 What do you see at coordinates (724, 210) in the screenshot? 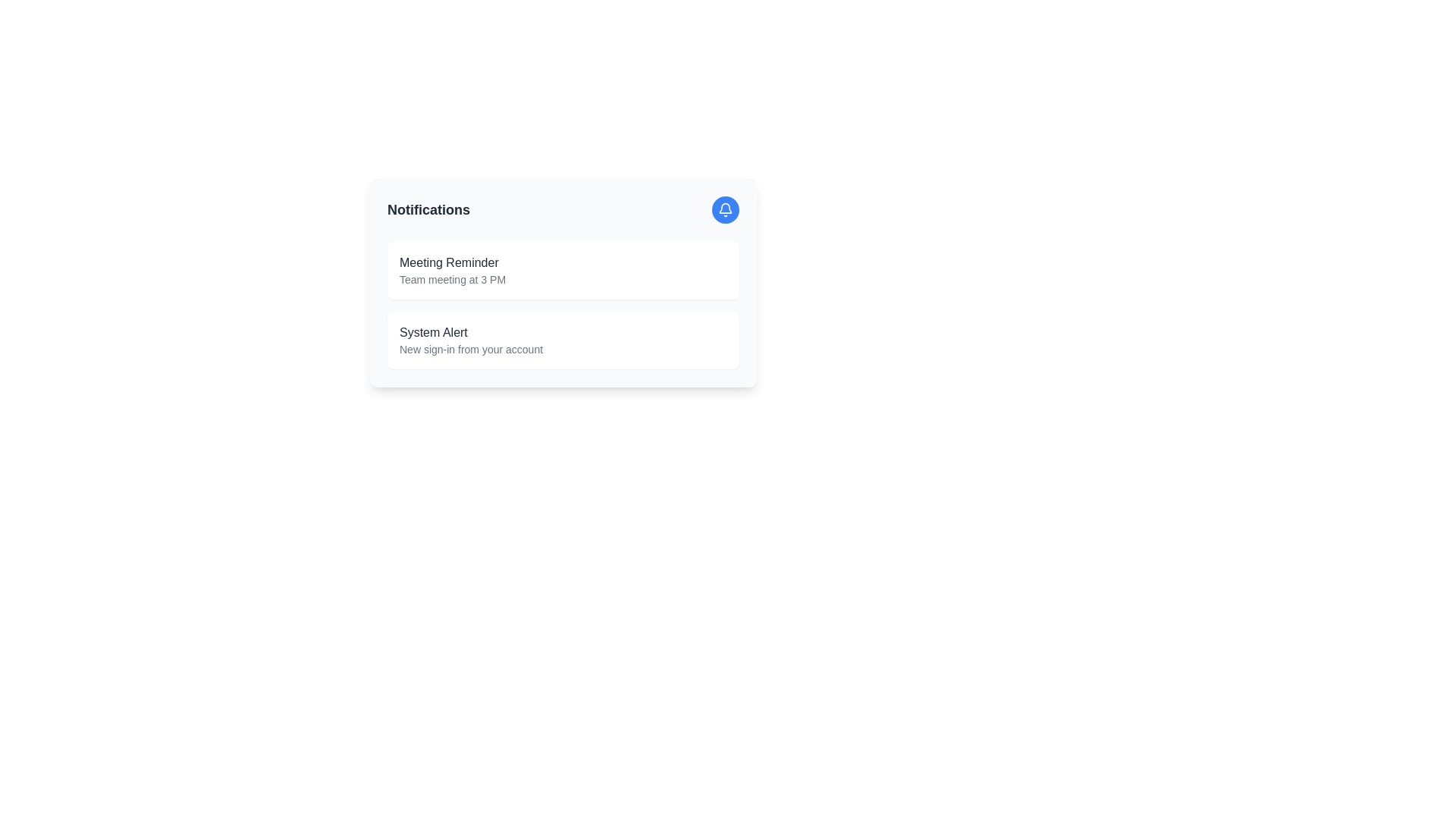
I see `the notification indicator icon located at the top-right corner of the notification summary interface` at bounding box center [724, 210].